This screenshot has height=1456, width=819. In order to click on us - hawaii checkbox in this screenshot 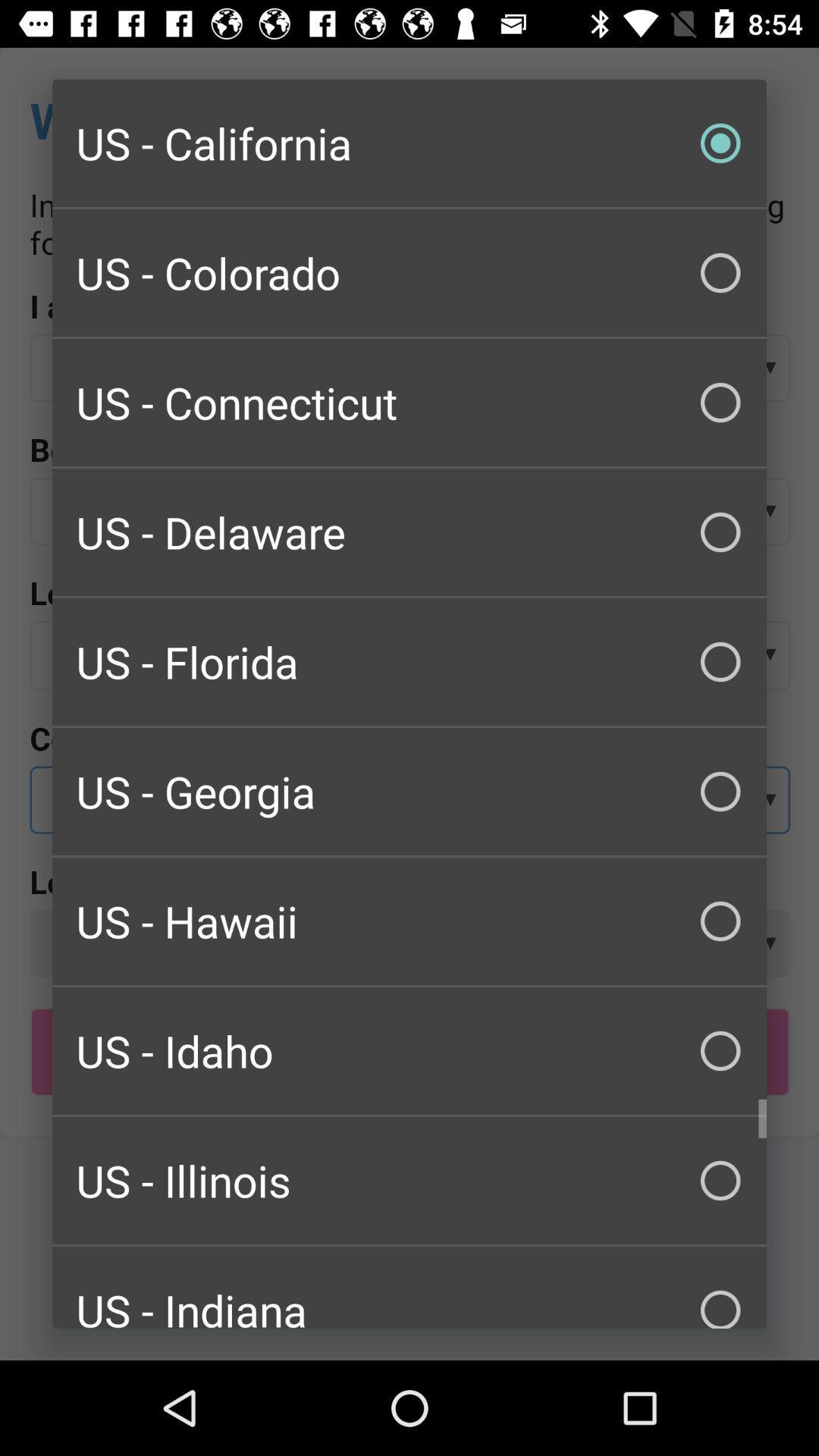, I will do `click(409, 920)`.